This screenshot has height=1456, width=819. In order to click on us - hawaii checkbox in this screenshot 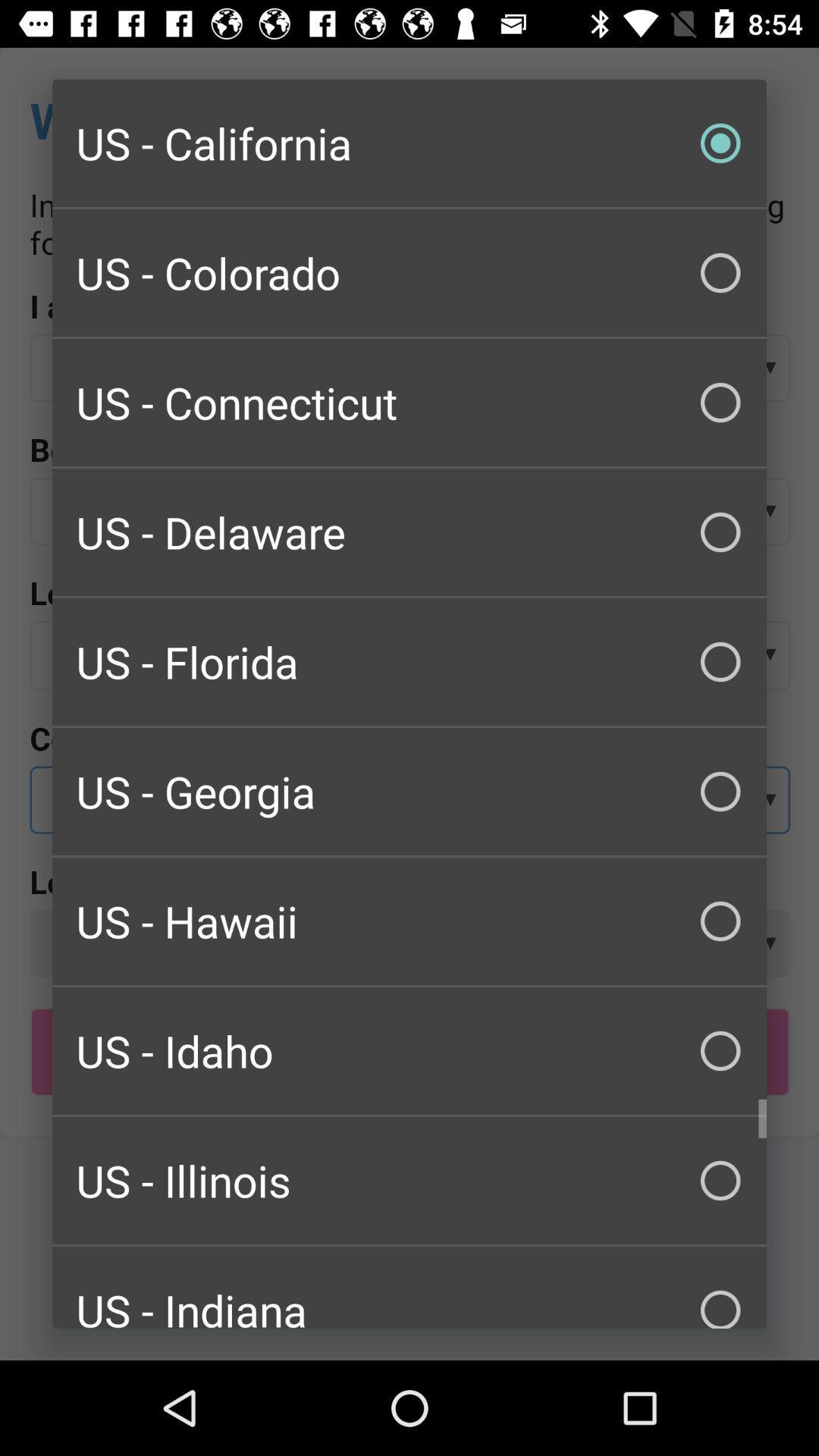, I will do `click(409, 920)`.